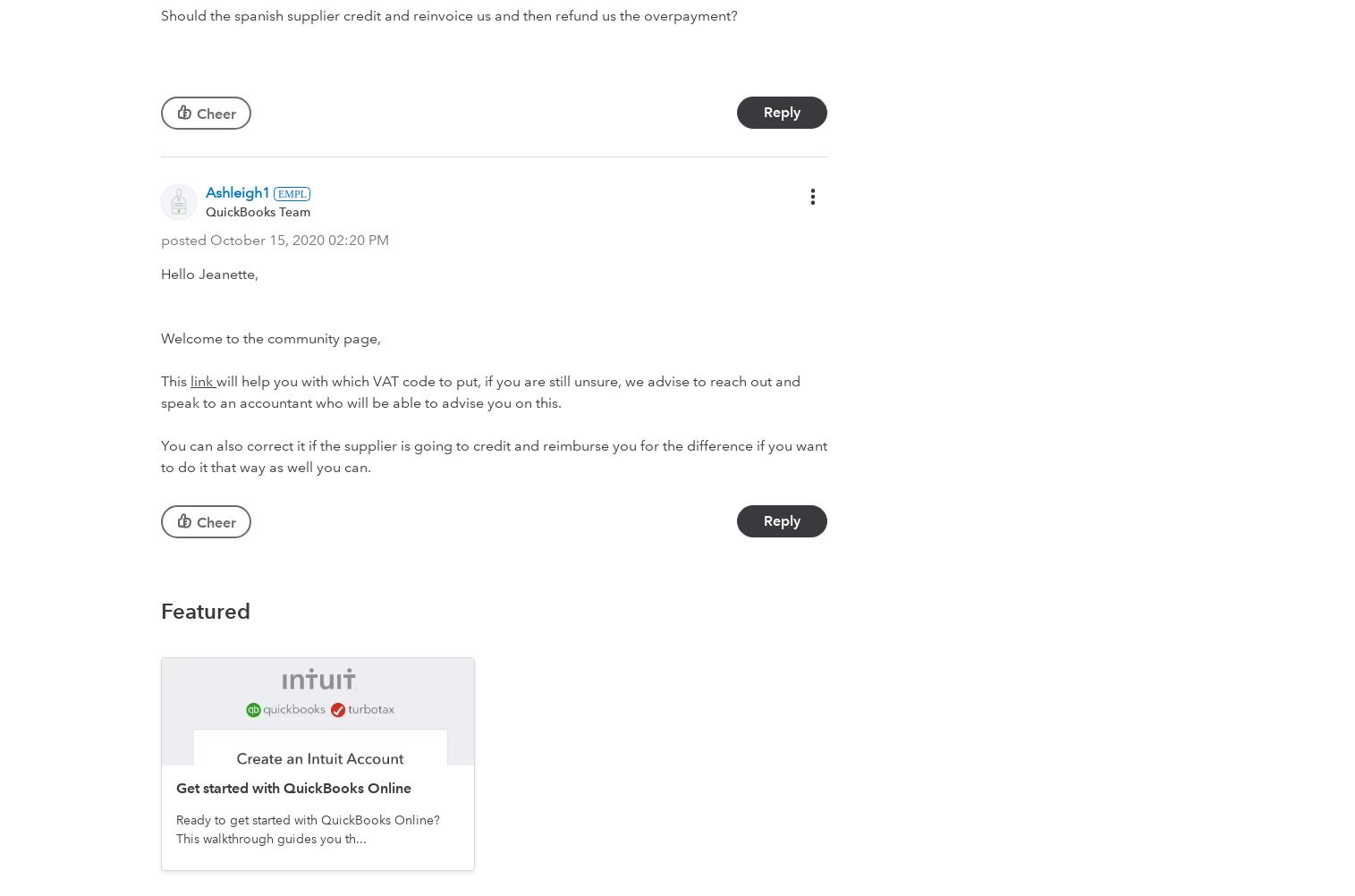 This screenshot has width=1355, height=896. Describe the element at coordinates (267, 239) in the screenshot. I see `'‎October 15, 2020'` at that location.